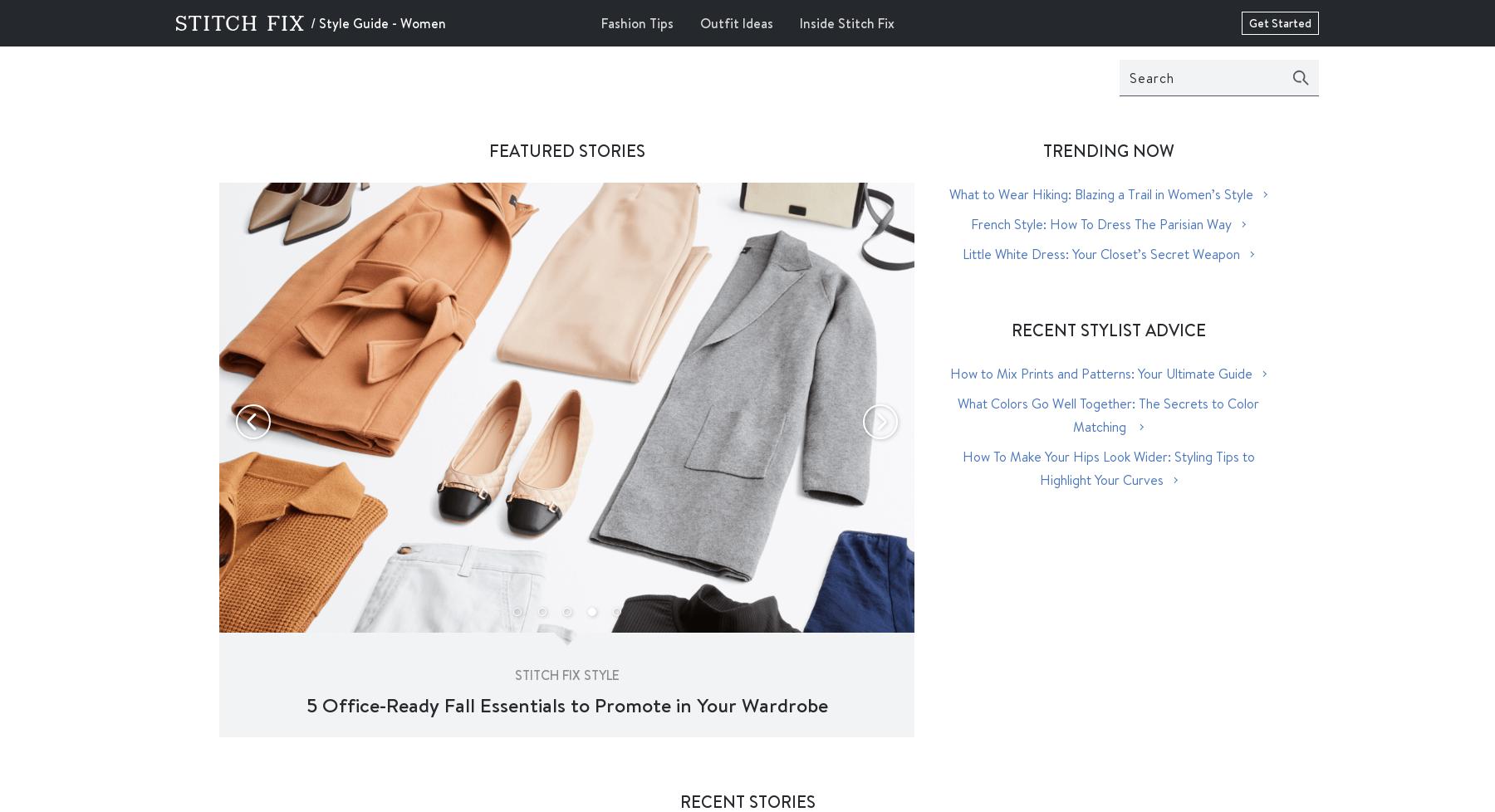 Image resolution: width=1495 pixels, height=812 pixels. Describe the element at coordinates (735, 22) in the screenshot. I see `'Outfit Ideas'` at that location.